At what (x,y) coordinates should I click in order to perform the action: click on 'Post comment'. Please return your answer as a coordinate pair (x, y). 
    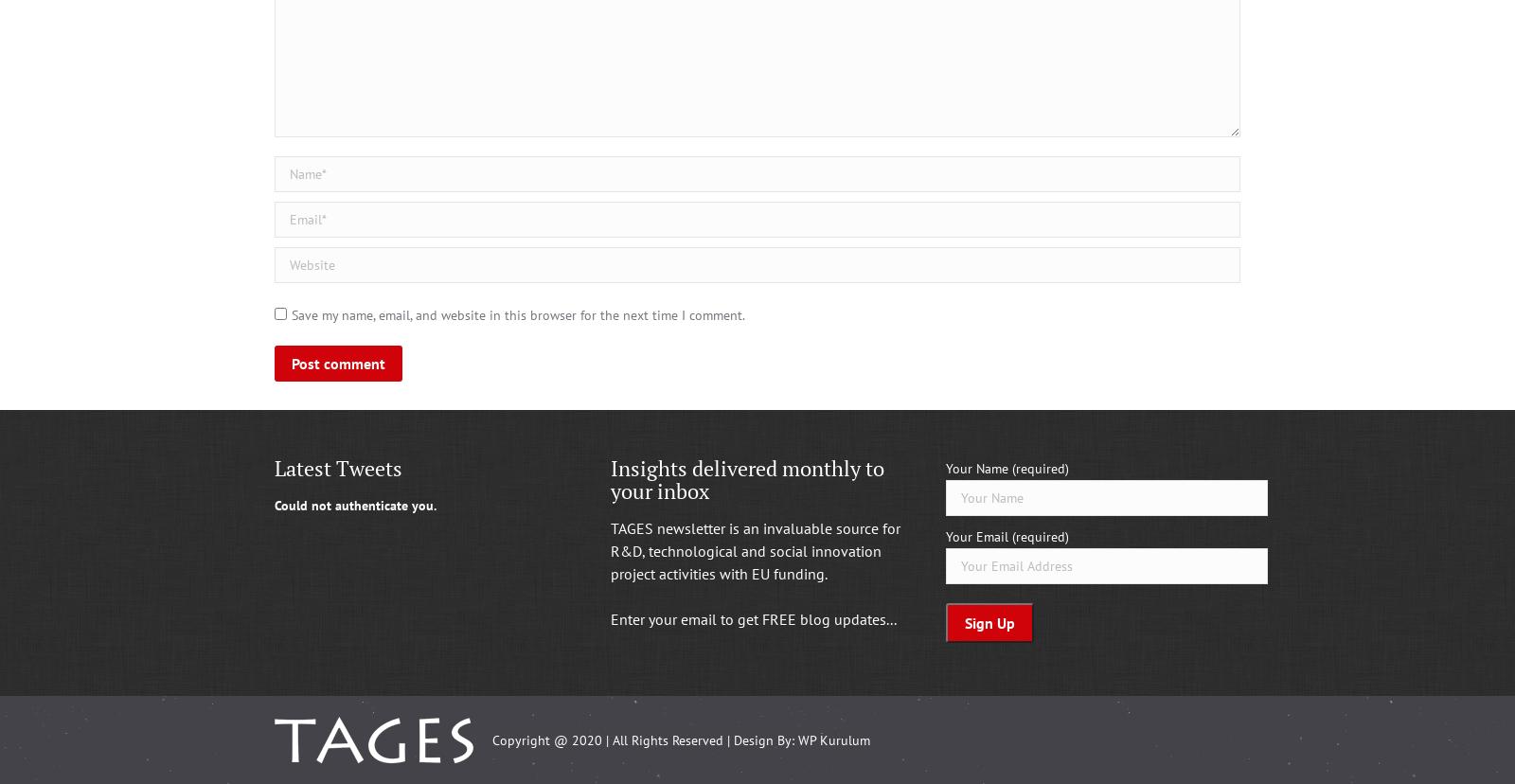
    Looking at the image, I should click on (338, 363).